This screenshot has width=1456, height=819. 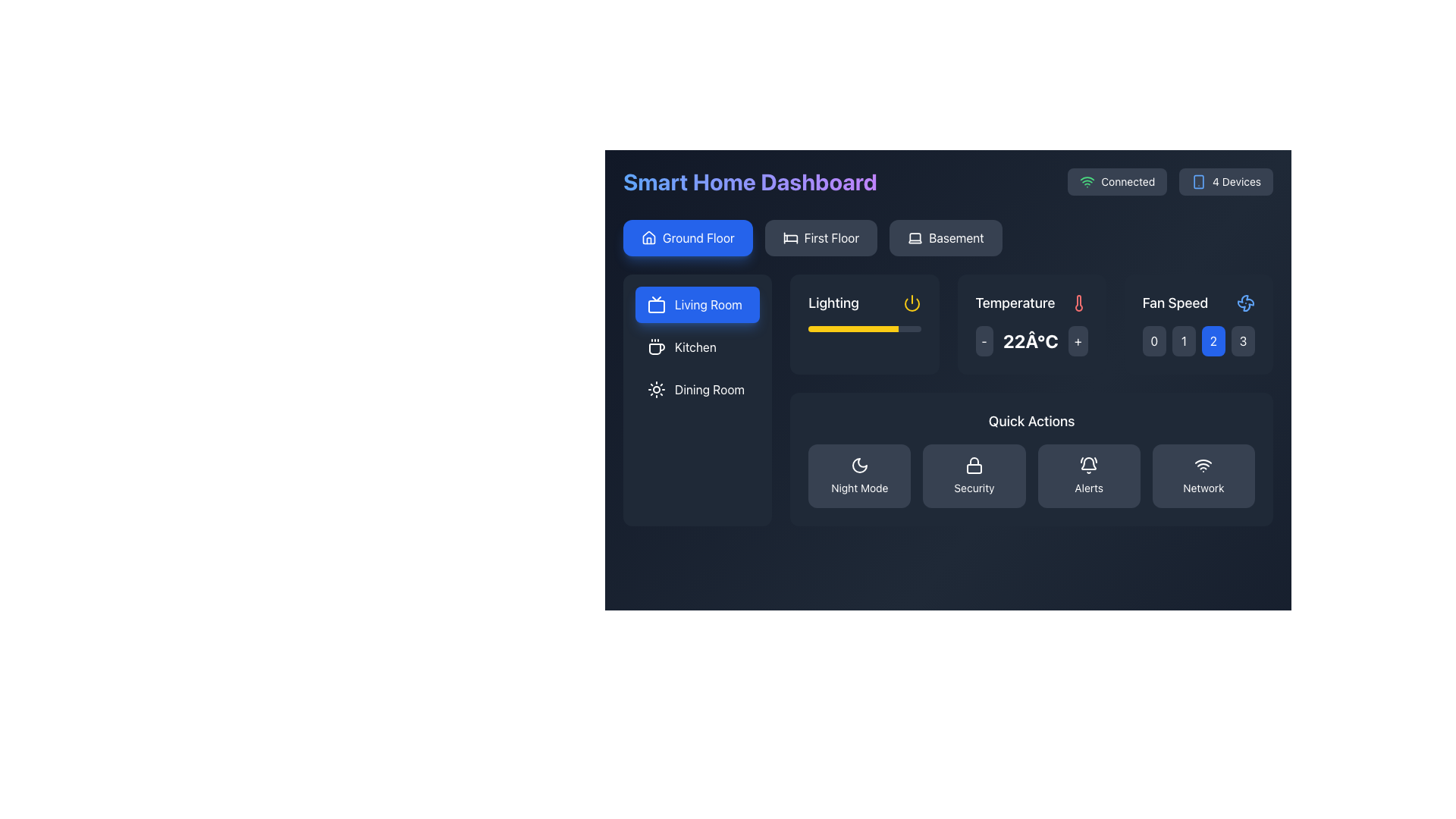 I want to click on the decorative fan icon located in the top right corner of the 'Fan Speed' panel, adjacent to the selectable fan speed numbers, so click(x=1245, y=303).